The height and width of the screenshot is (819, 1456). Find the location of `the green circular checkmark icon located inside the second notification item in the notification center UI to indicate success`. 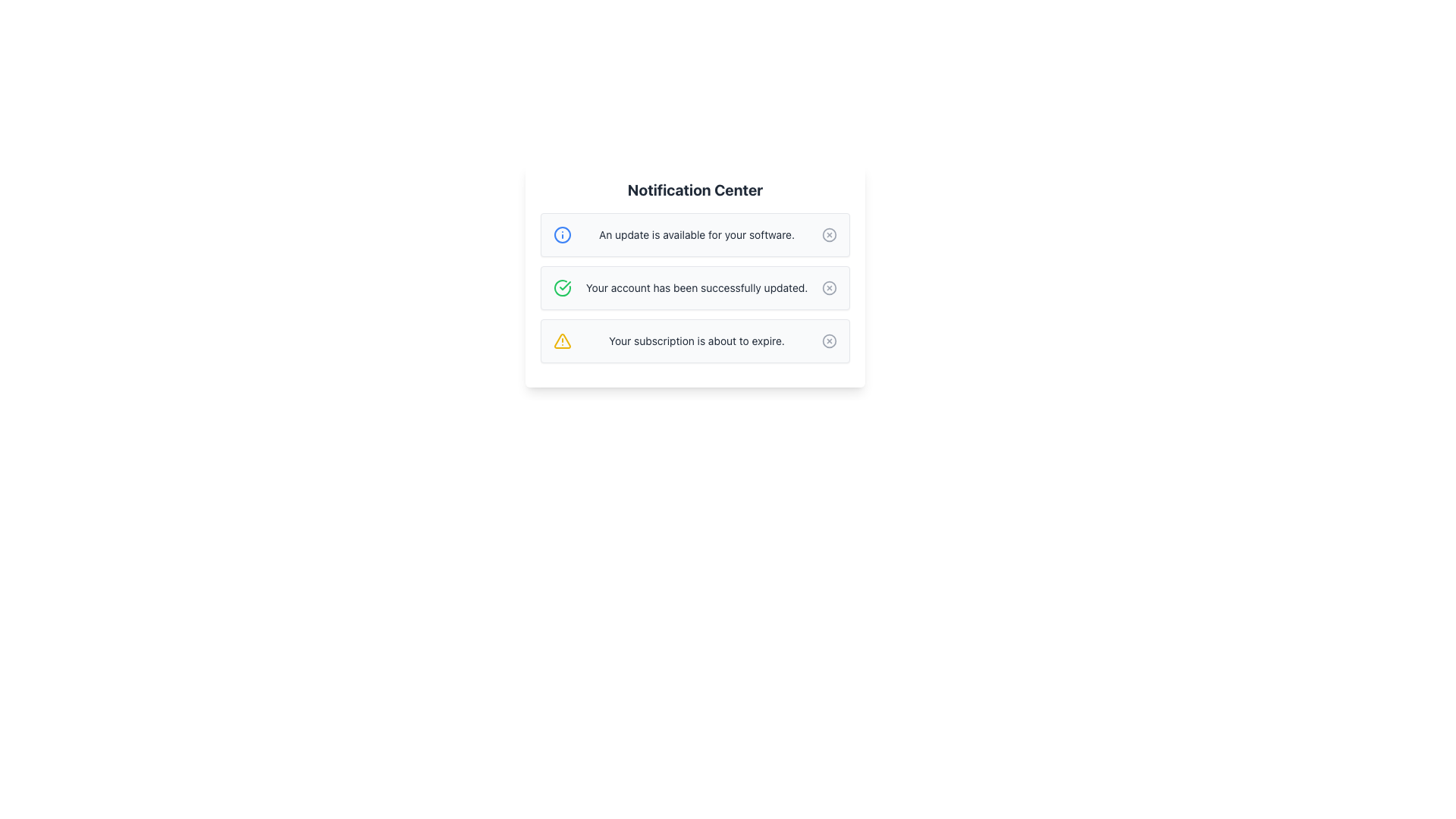

the green circular checkmark icon located inside the second notification item in the notification center UI to indicate success is located at coordinates (564, 286).